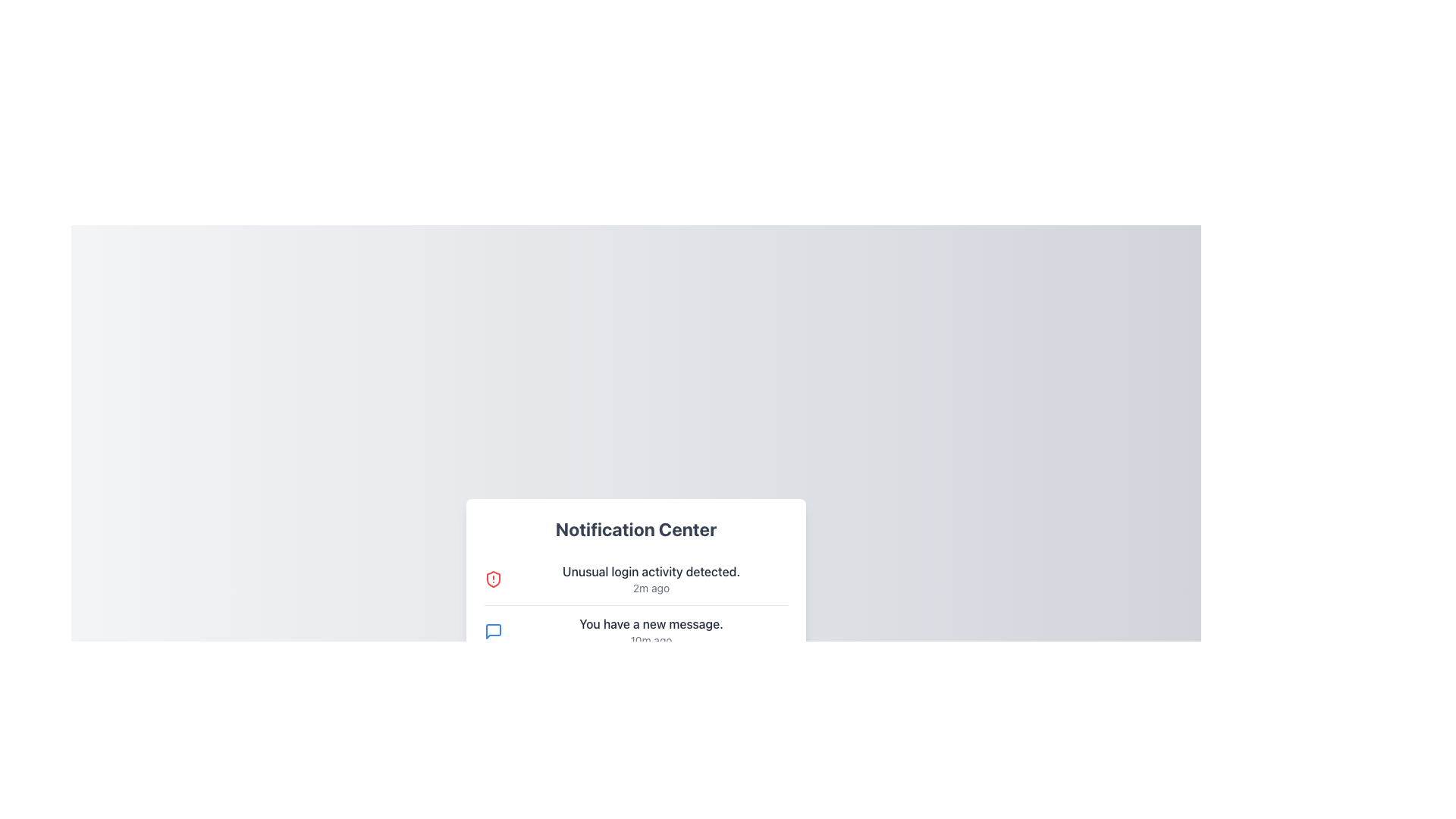 The height and width of the screenshot is (819, 1456). What do you see at coordinates (494, 579) in the screenshot?
I see `the warning icon that indicates 'Unusual login activity detected' in the Notification Center, positioned to the left of the message text` at bounding box center [494, 579].